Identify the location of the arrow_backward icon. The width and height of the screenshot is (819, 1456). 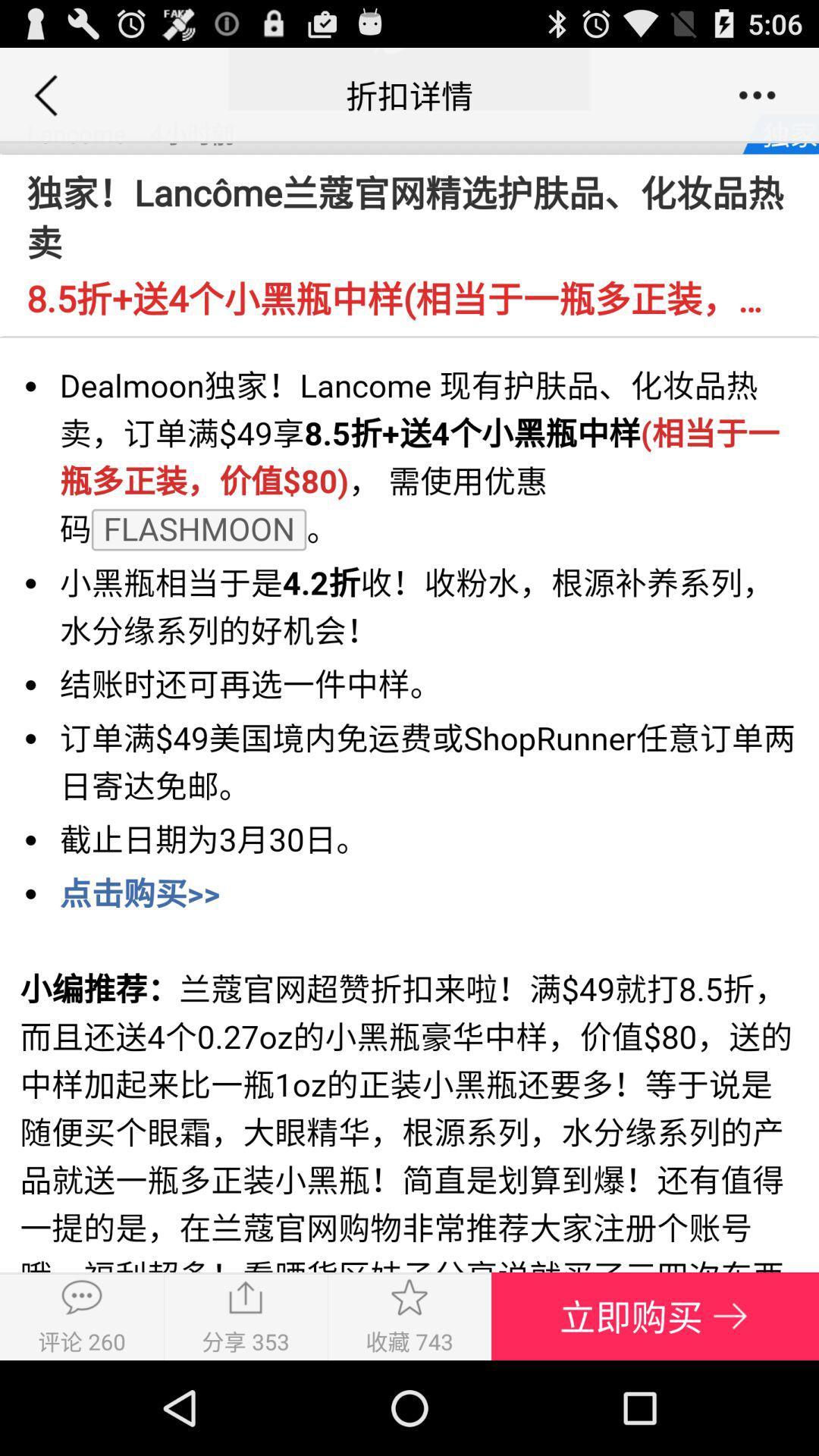
(45, 101).